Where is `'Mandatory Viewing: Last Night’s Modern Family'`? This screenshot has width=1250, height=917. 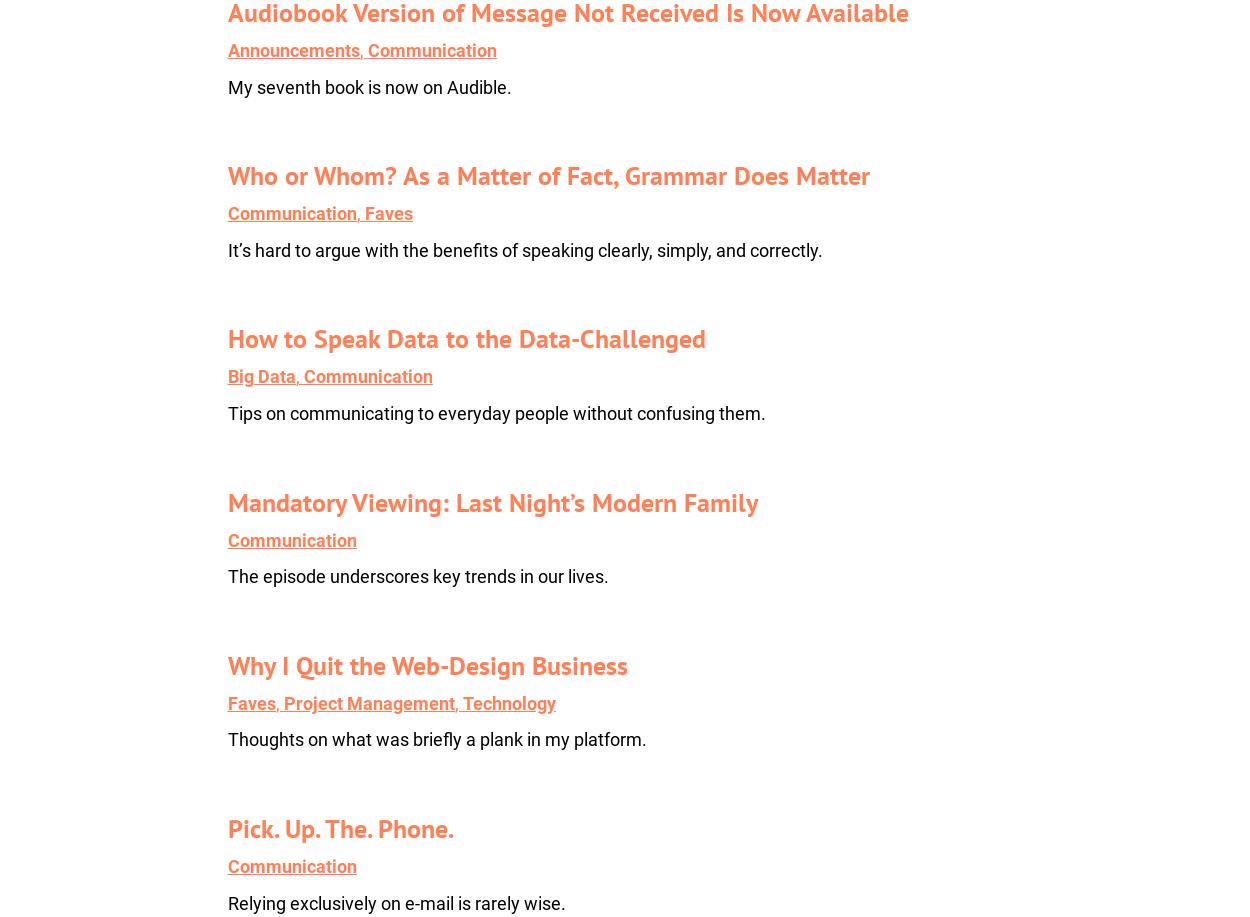 'Mandatory Viewing: Last Night’s Modern Family' is located at coordinates (491, 500).